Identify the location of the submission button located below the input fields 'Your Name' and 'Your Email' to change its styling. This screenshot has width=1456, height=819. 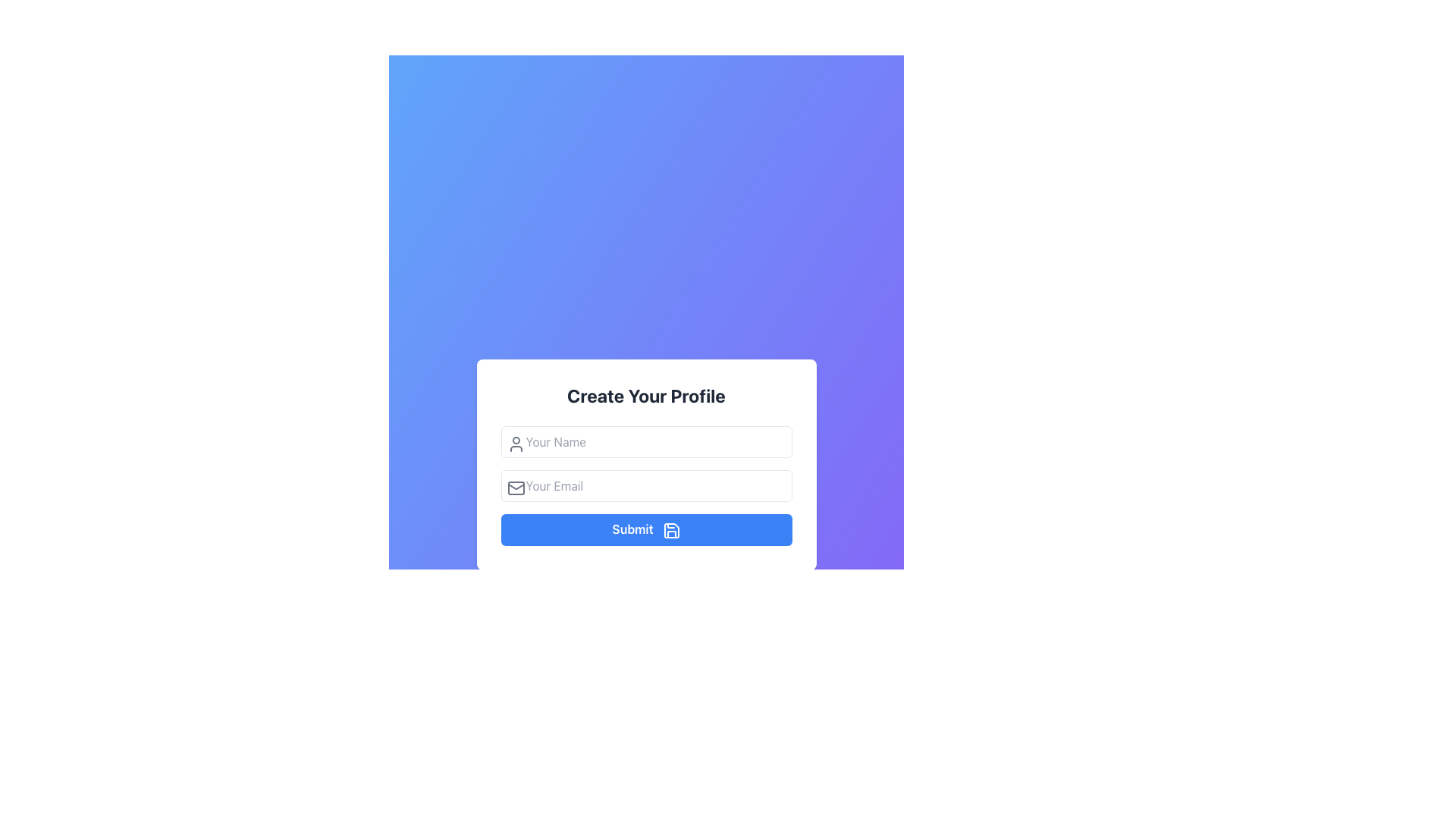
(646, 529).